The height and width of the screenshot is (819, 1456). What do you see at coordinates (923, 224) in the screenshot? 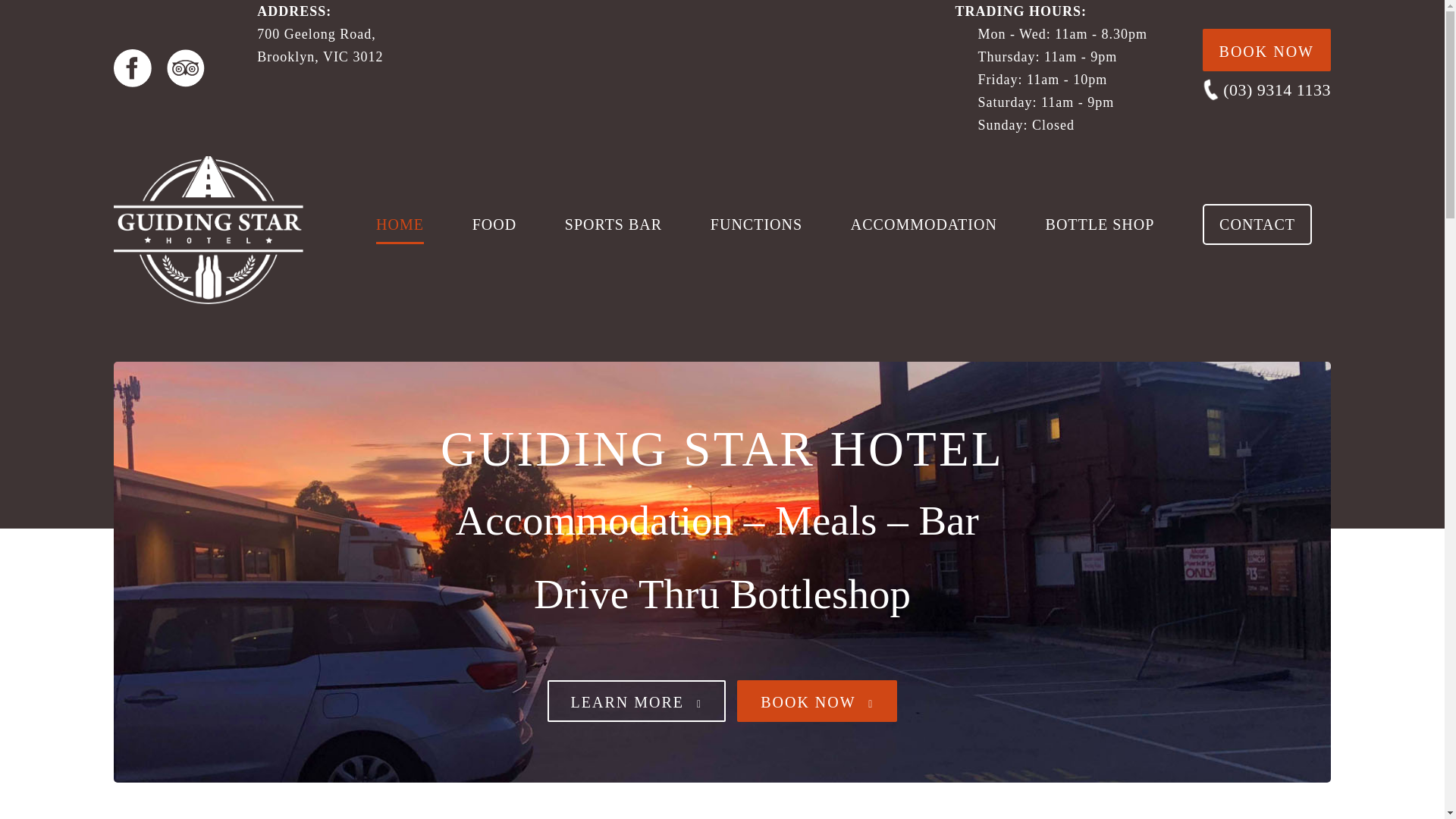
I see `'ACCOMMODATION'` at bounding box center [923, 224].